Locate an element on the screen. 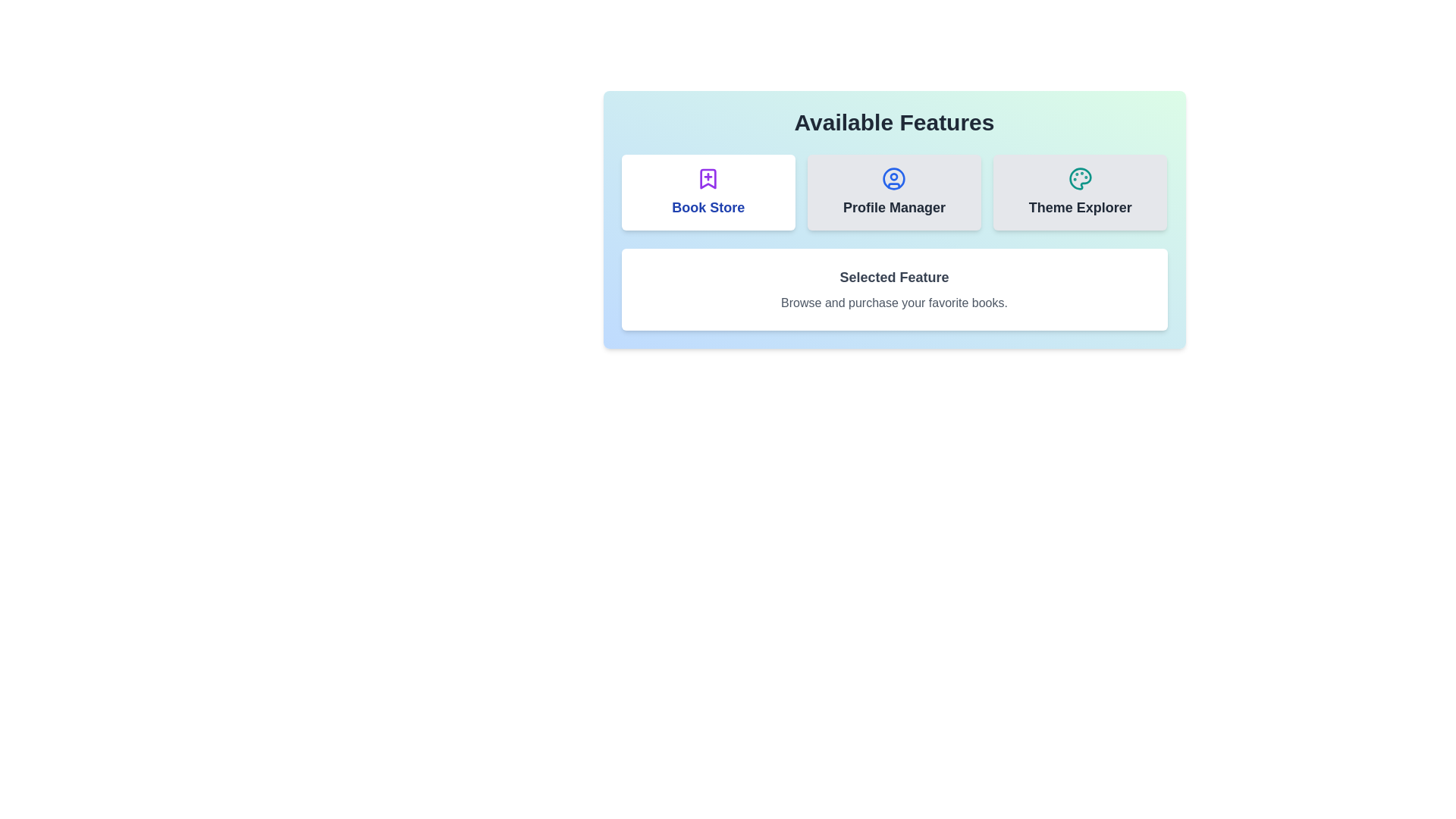  the Interactive card located in the top-left section of the 'Available Features' interface to trigger hover effects is located at coordinates (708, 192).